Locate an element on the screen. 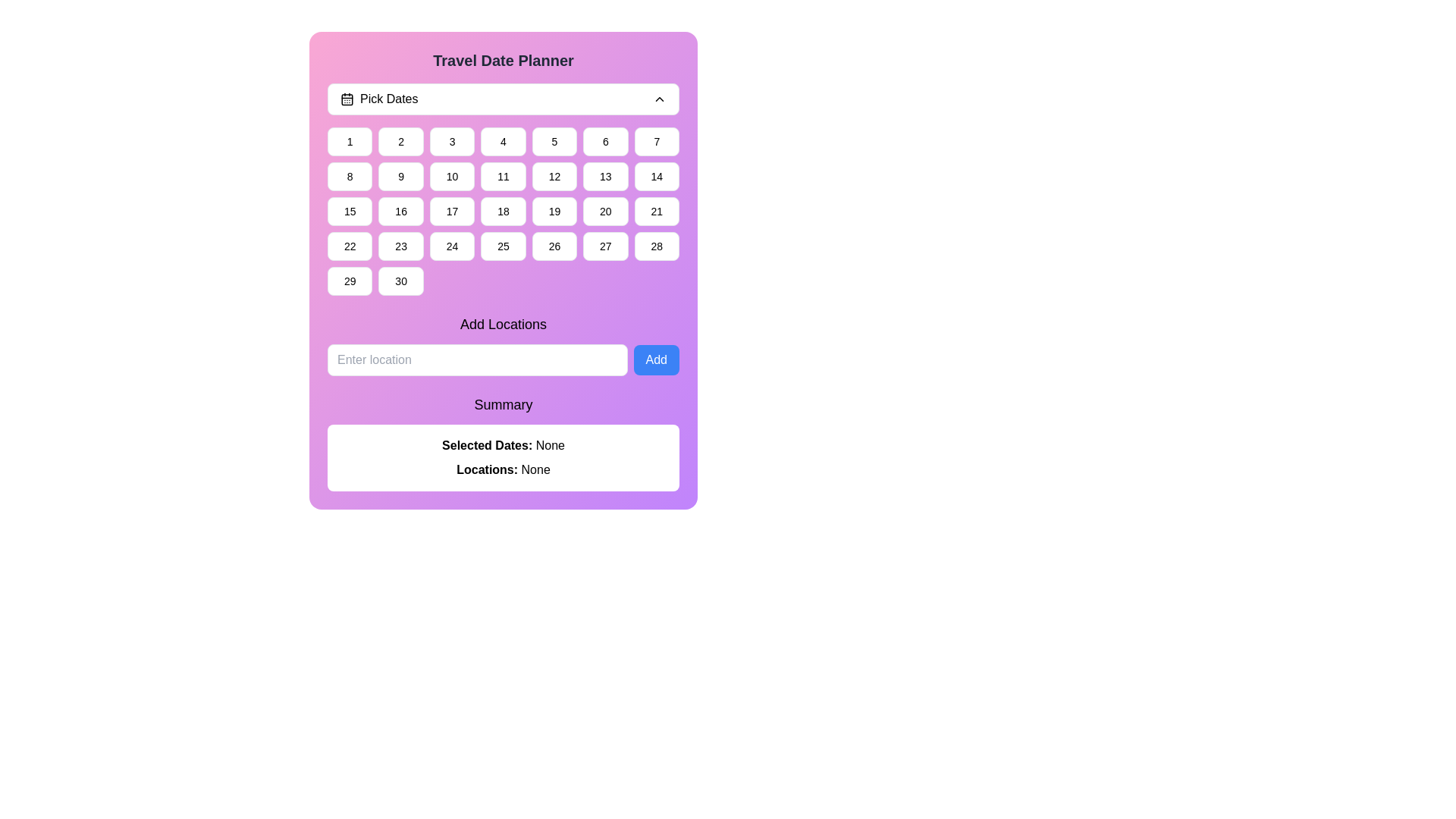 The height and width of the screenshot is (819, 1456). the button labeled '25' in the fifth row and fourth column of the calendar grid is located at coordinates (503, 245).